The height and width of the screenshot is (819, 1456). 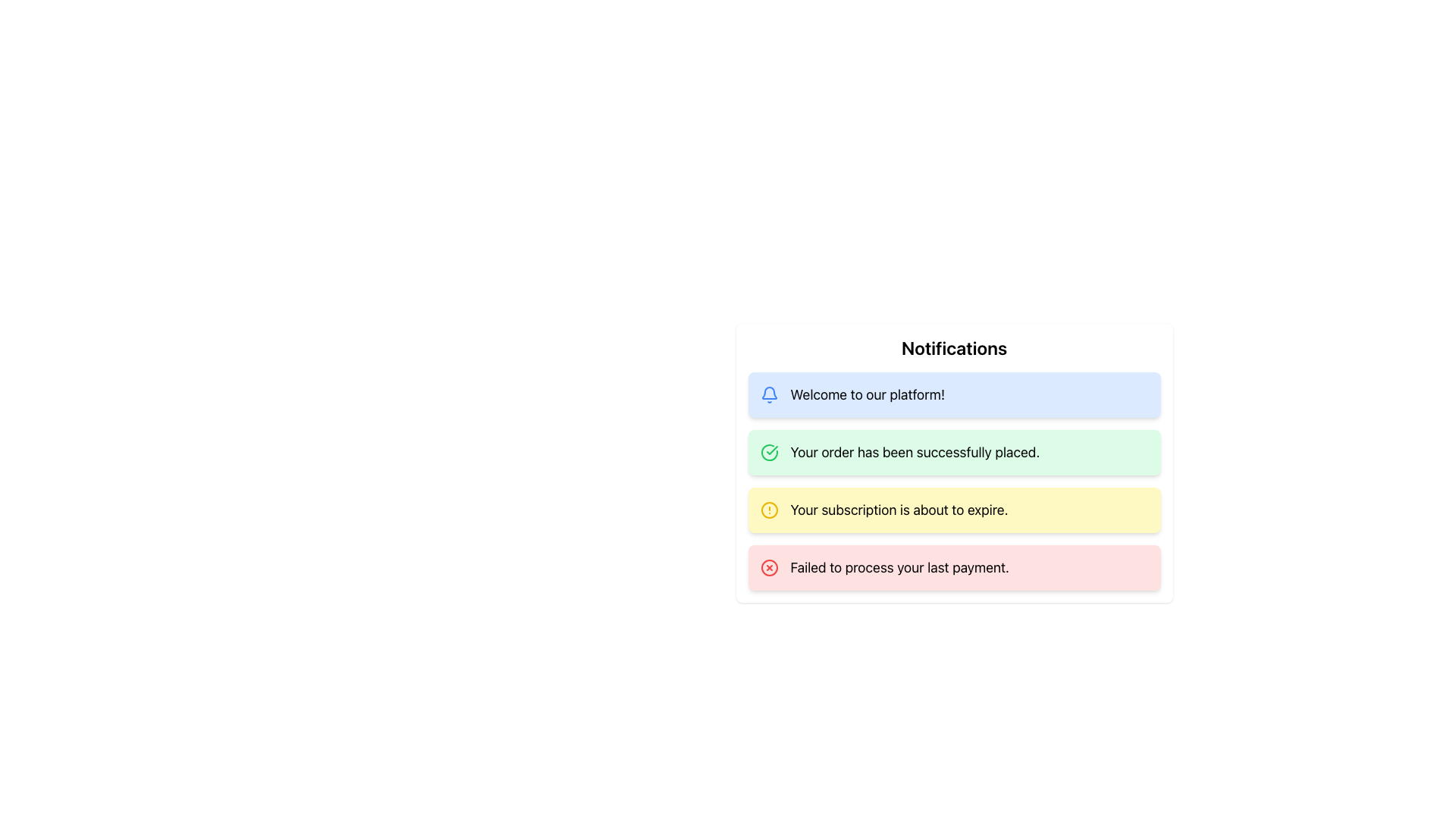 I want to click on the bell-shaped icon with a blue outline, located to the left of the text 'Welcome to our platform!' in the first notification card with a light blue background, so click(x=769, y=394).